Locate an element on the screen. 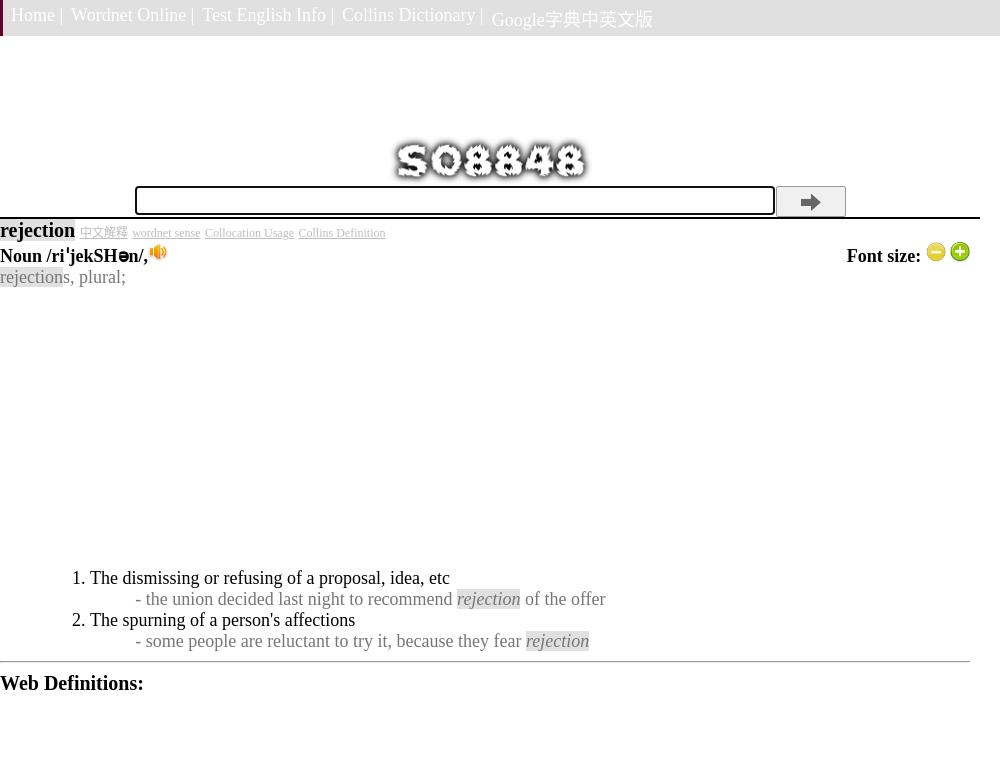 The image size is (1000, 780). 'Web Definitions:' is located at coordinates (70, 682).